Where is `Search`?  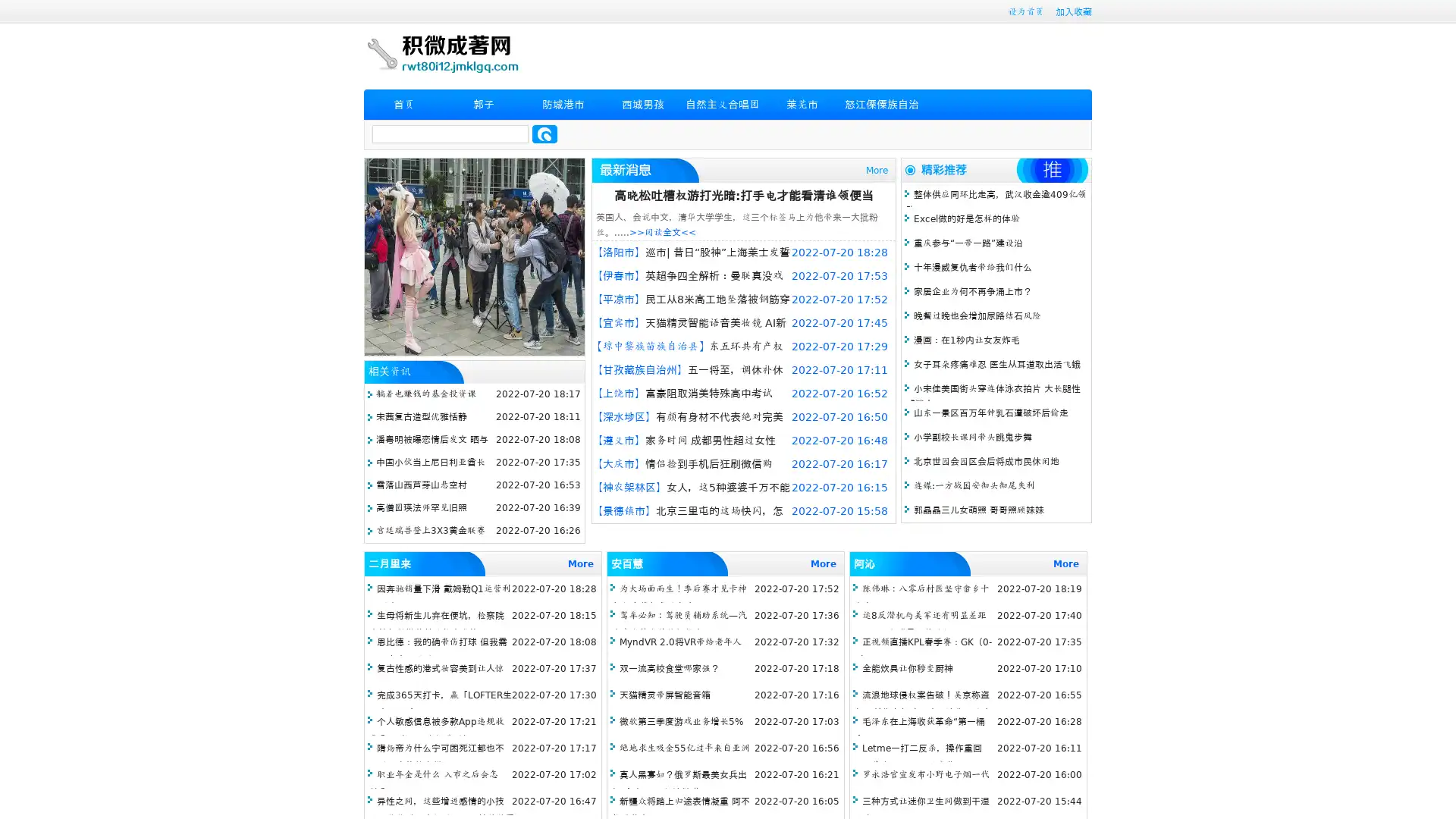 Search is located at coordinates (544, 133).